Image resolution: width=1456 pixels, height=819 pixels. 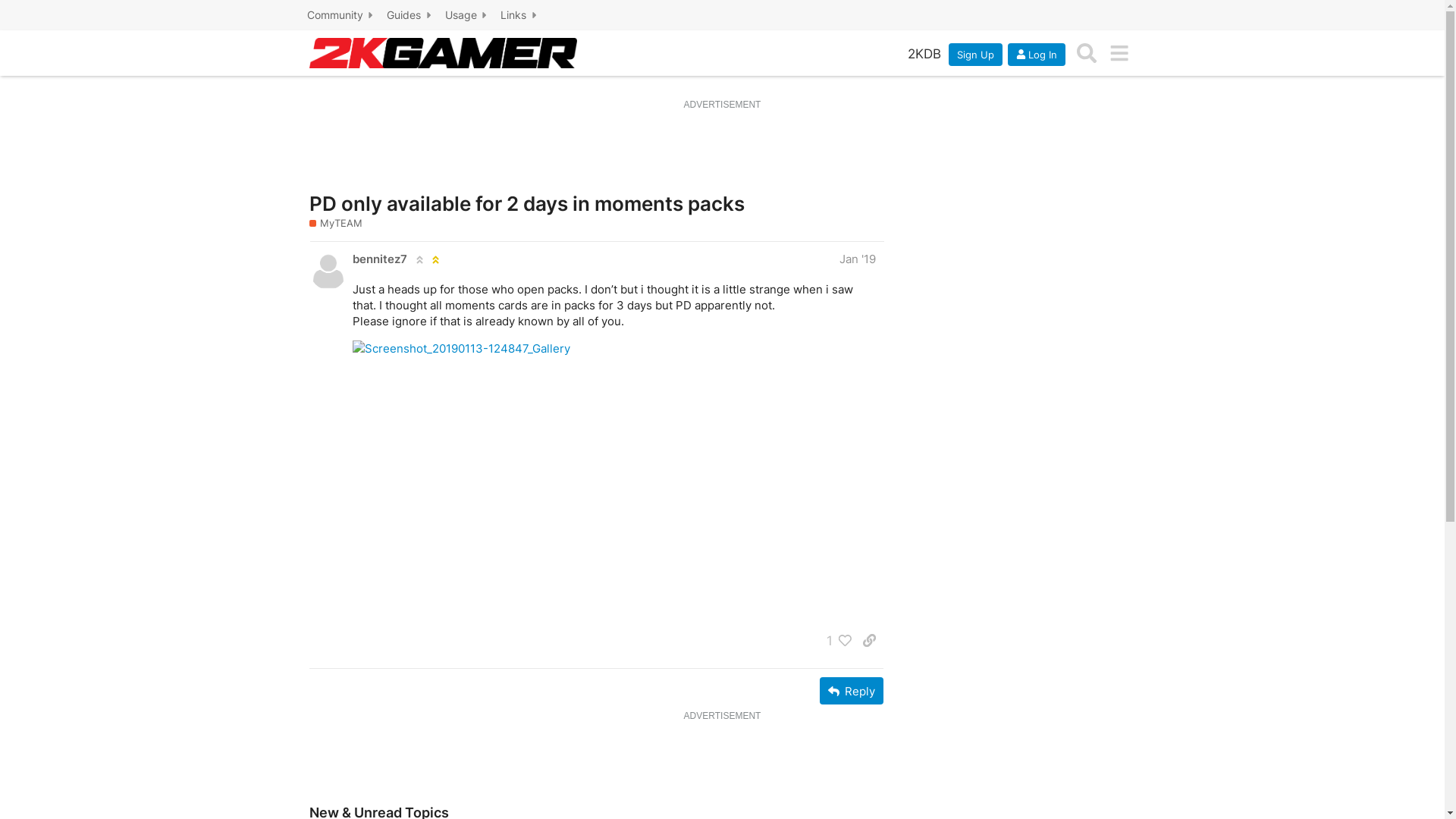 What do you see at coordinates (1086, 52) in the screenshot?
I see `'Search'` at bounding box center [1086, 52].